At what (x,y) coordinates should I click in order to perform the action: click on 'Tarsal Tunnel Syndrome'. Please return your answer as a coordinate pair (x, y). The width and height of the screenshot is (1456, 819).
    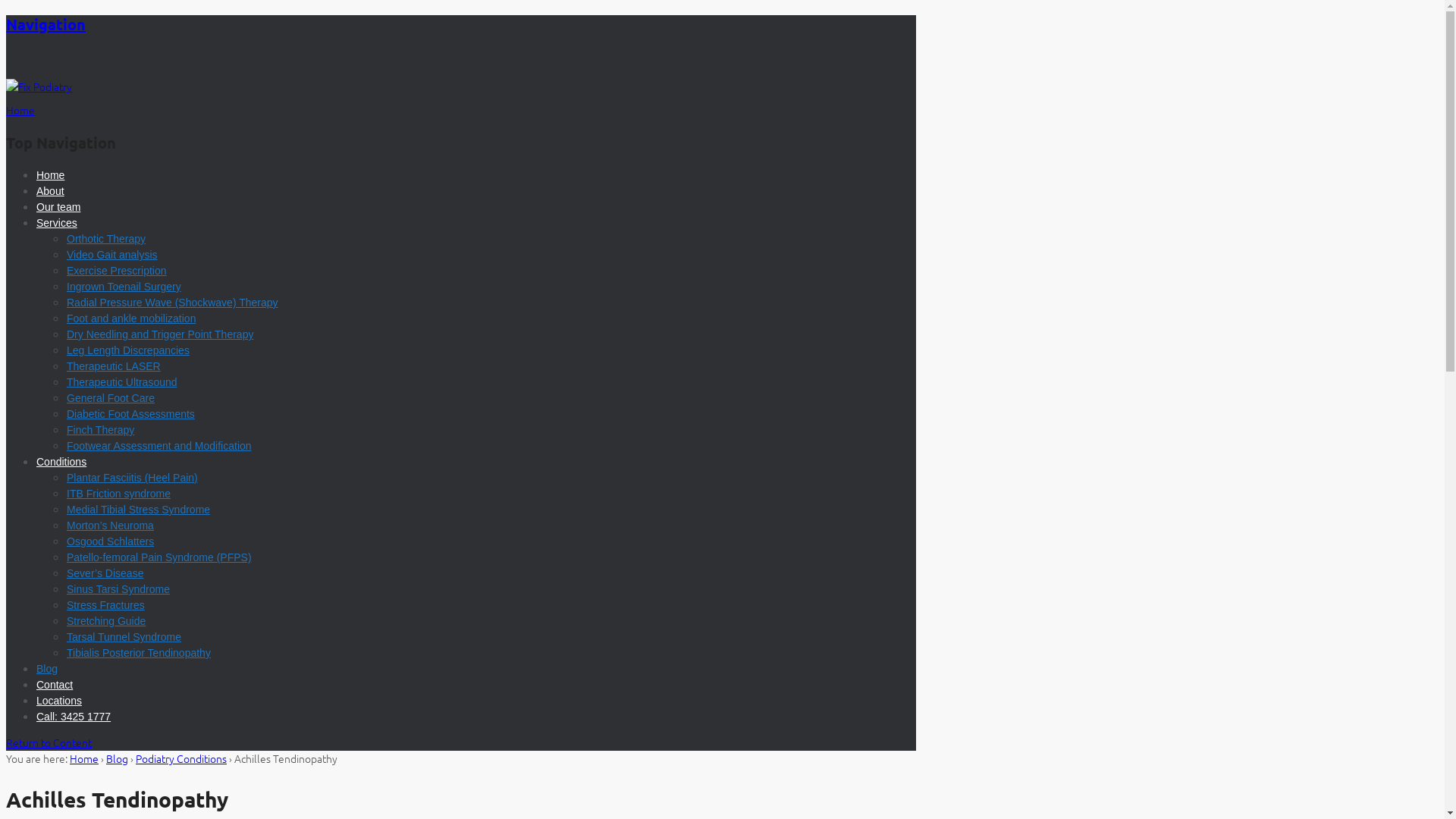
    Looking at the image, I should click on (124, 637).